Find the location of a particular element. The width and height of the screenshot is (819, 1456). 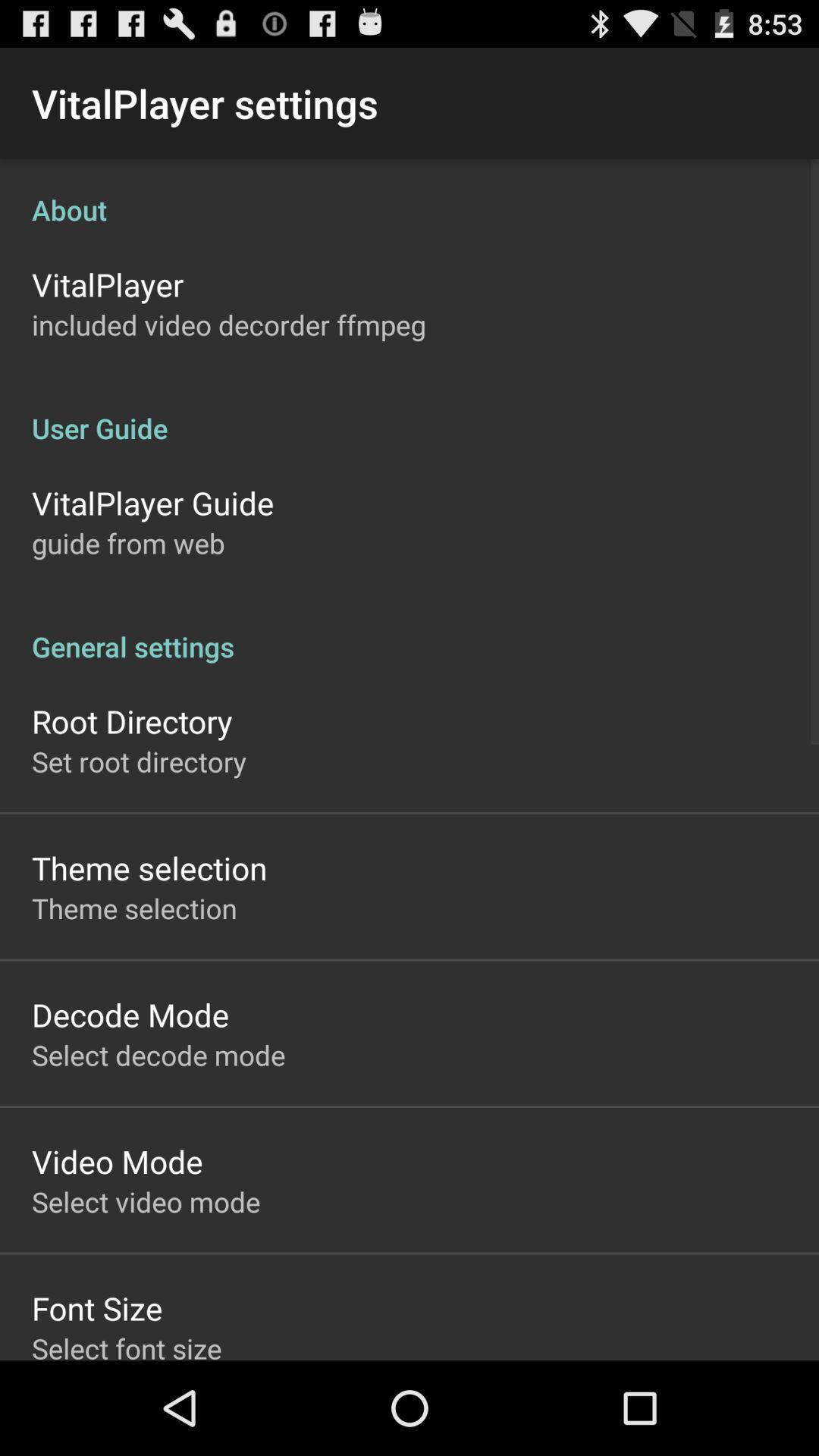

the general settings app is located at coordinates (409, 630).